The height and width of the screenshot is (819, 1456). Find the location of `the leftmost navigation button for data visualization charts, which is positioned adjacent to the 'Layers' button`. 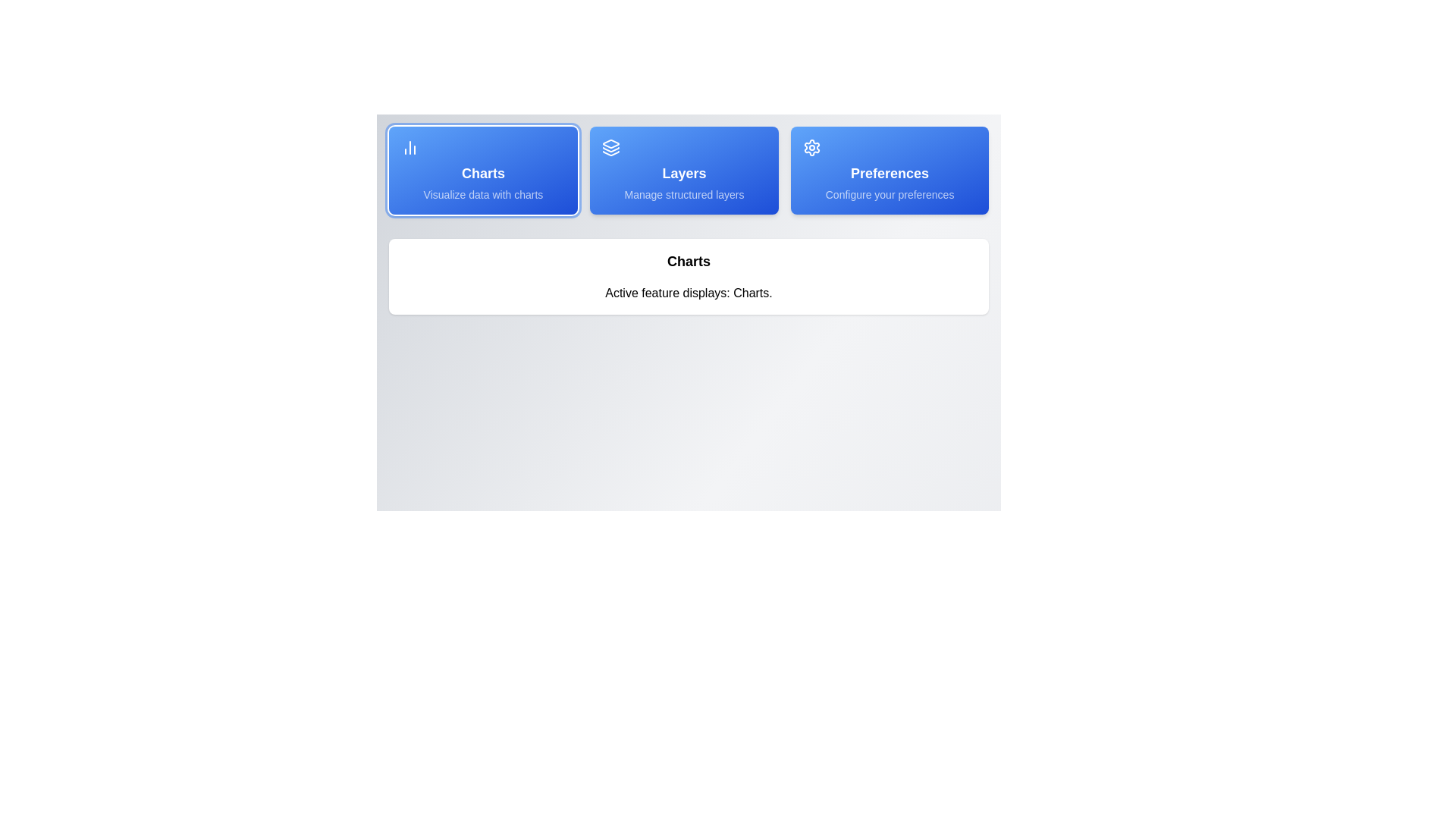

the leftmost navigation button for data visualization charts, which is positioned adjacent to the 'Layers' button is located at coordinates (482, 170).